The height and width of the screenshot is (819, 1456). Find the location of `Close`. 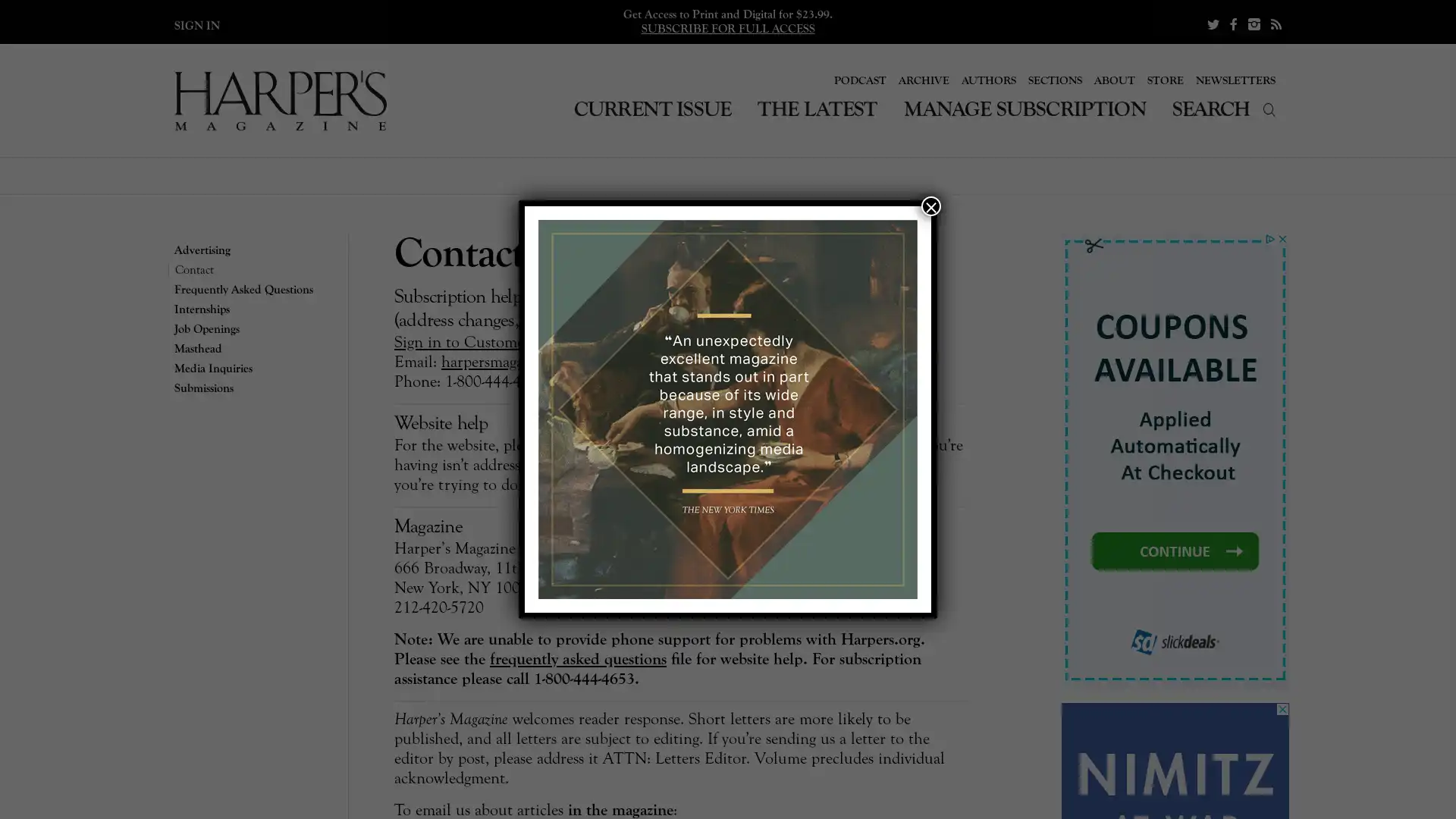

Close is located at coordinates (930, 206).